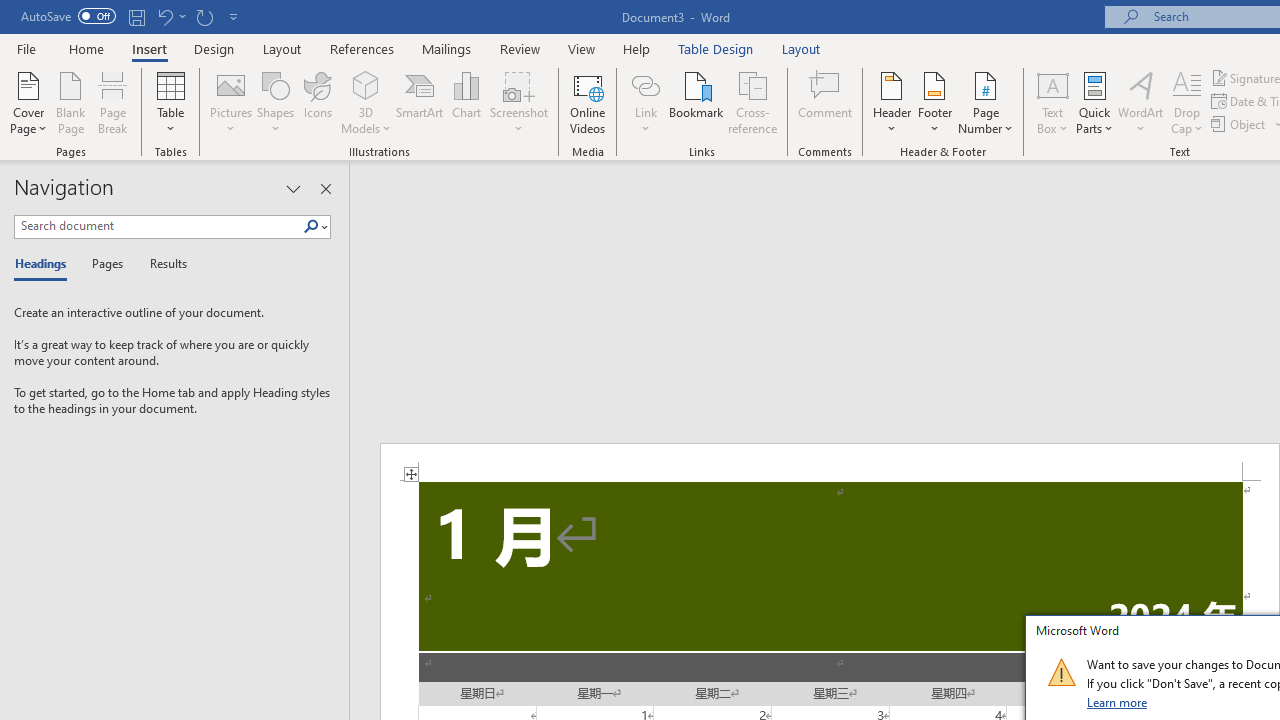 Image resolution: width=1280 pixels, height=720 pixels. What do you see at coordinates (274, 103) in the screenshot?
I see `'Shapes'` at bounding box center [274, 103].